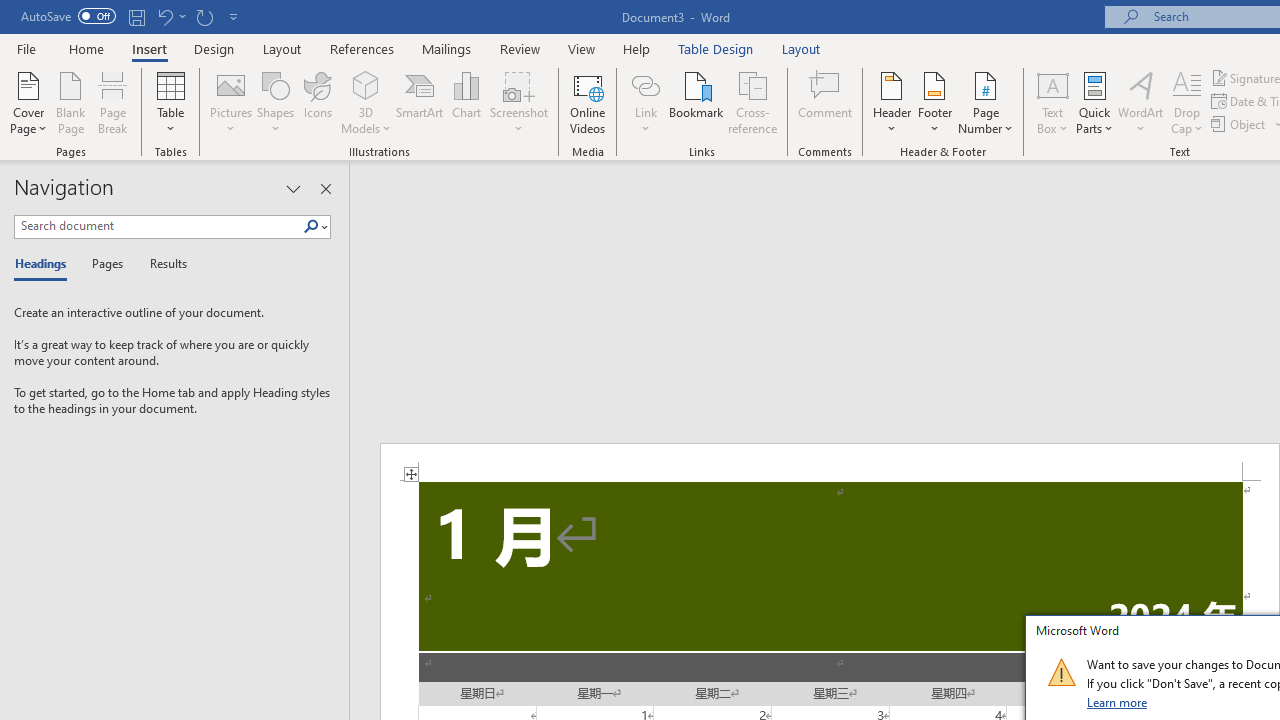 Image resolution: width=1280 pixels, height=720 pixels. What do you see at coordinates (274, 103) in the screenshot?
I see `'Shapes'` at bounding box center [274, 103].